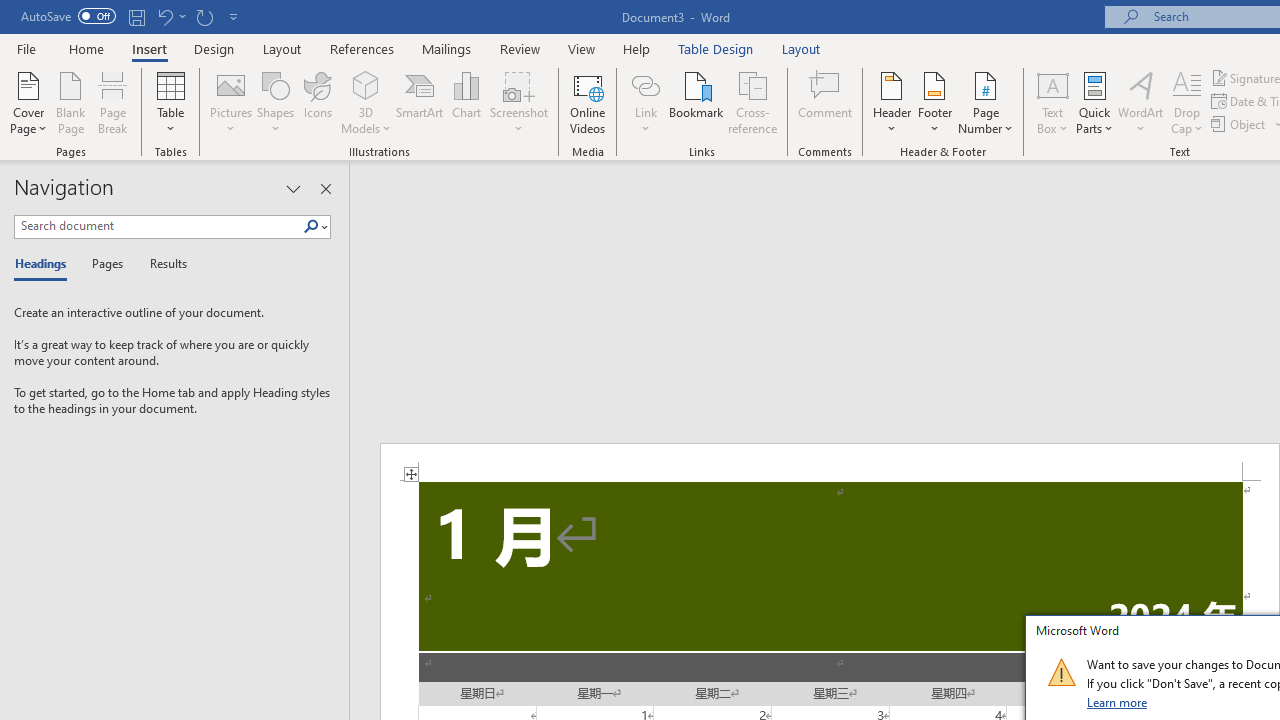 Image resolution: width=1280 pixels, height=720 pixels. What do you see at coordinates (274, 103) in the screenshot?
I see `'Shapes'` at bounding box center [274, 103].